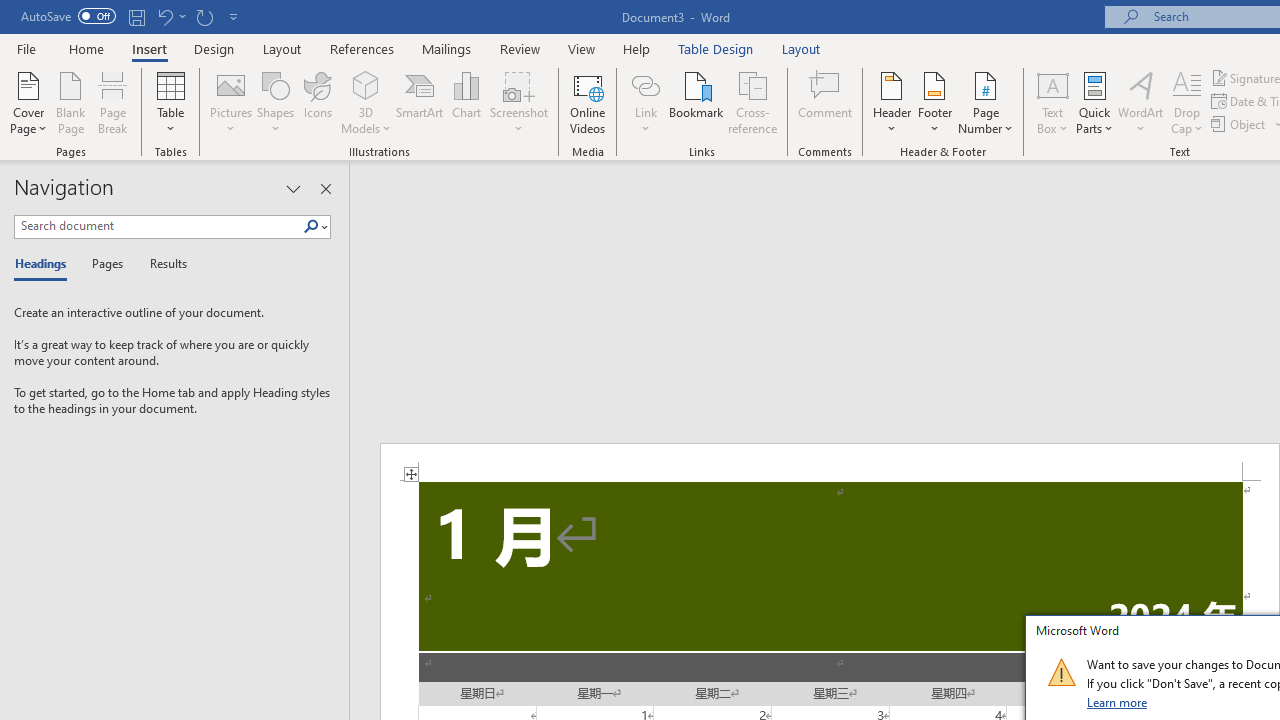 Image resolution: width=1280 pixels, height=720 pixels. What do you see at coordinates (274, 103) in the screenshot?
I see `'Shapes'` at bounding box center [274, 103].